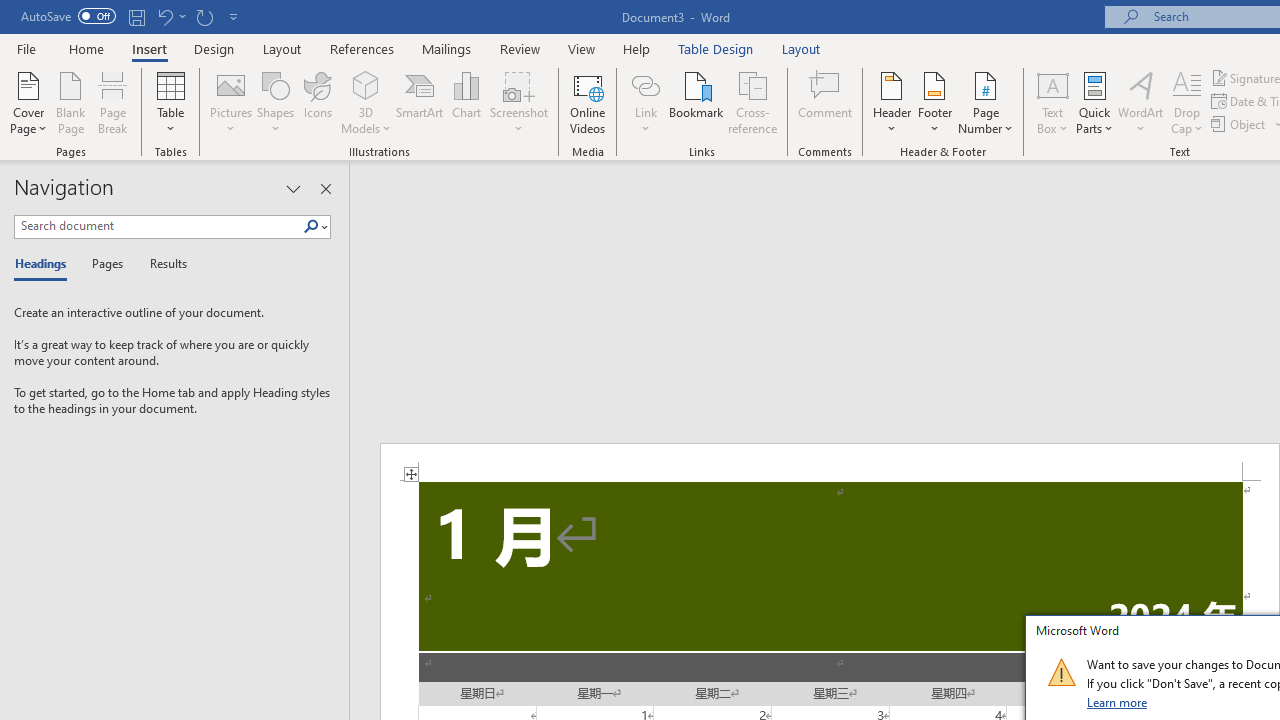 Image resolution: width=1280 pixels, height=720 pixels. What do you see at coordinates (274, 103) in the screenshot?
I see `'Shapes'` at bounding box center [274, 103].